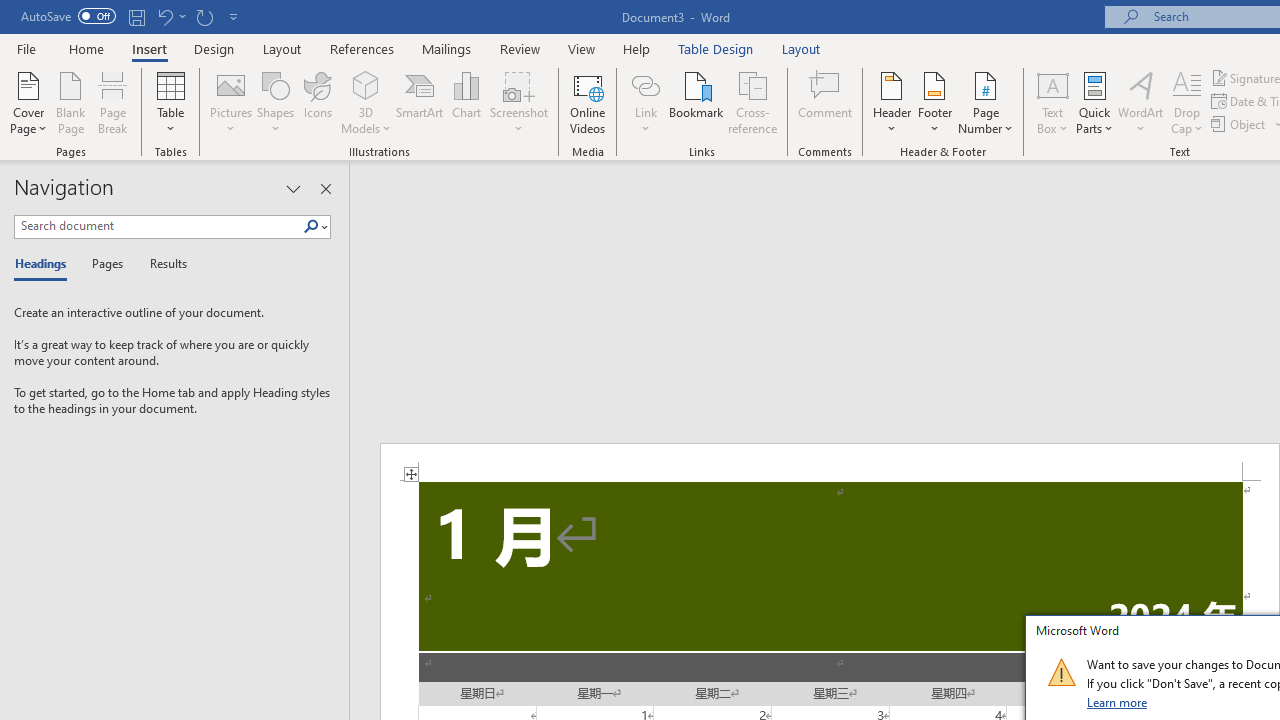 Image resolution: width=1280 pixels, height=720 pixels. What do you see at coordinates (274, 103) in the screenshot?
I see `'Shapes'` at bounding box center [274, 103].